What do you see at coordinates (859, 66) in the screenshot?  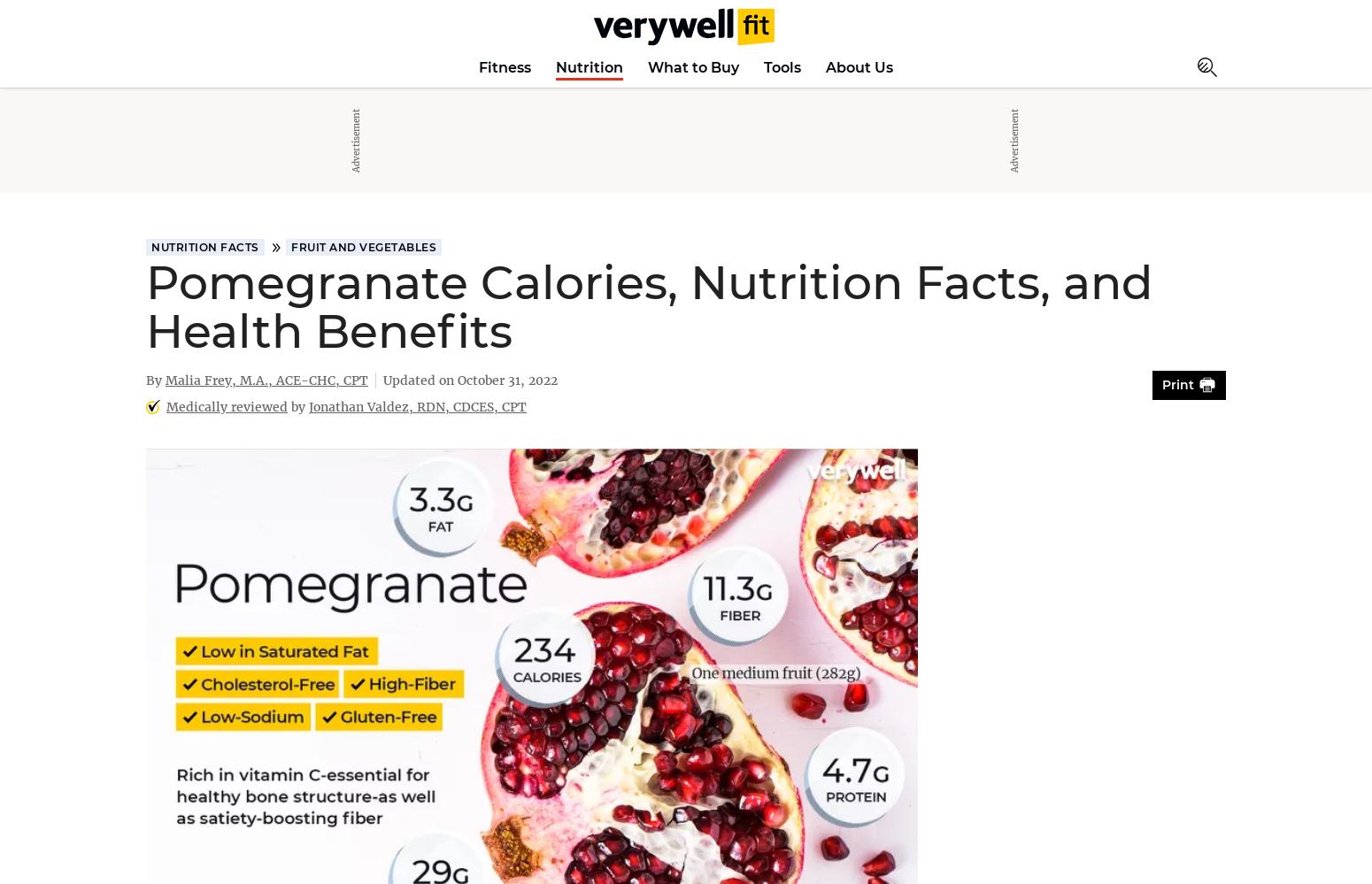 I see `'About Us'` at bounding box center [859, 66].